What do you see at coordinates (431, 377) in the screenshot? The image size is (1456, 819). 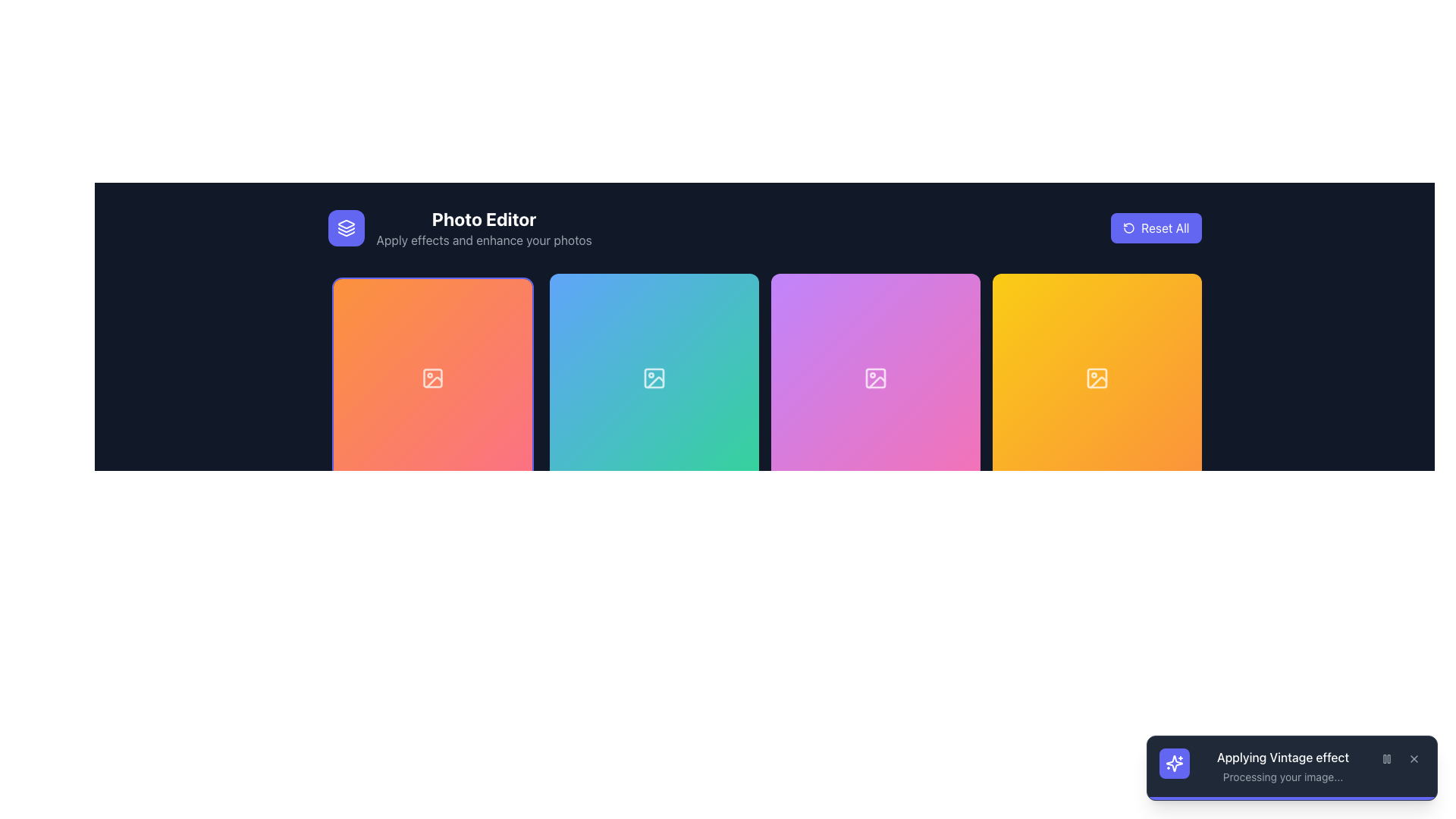 I see `the first square card with rounded corners featuring a gradient background from orange to pink, which contains an image placeholder icon` at bounding box center [431, 377].